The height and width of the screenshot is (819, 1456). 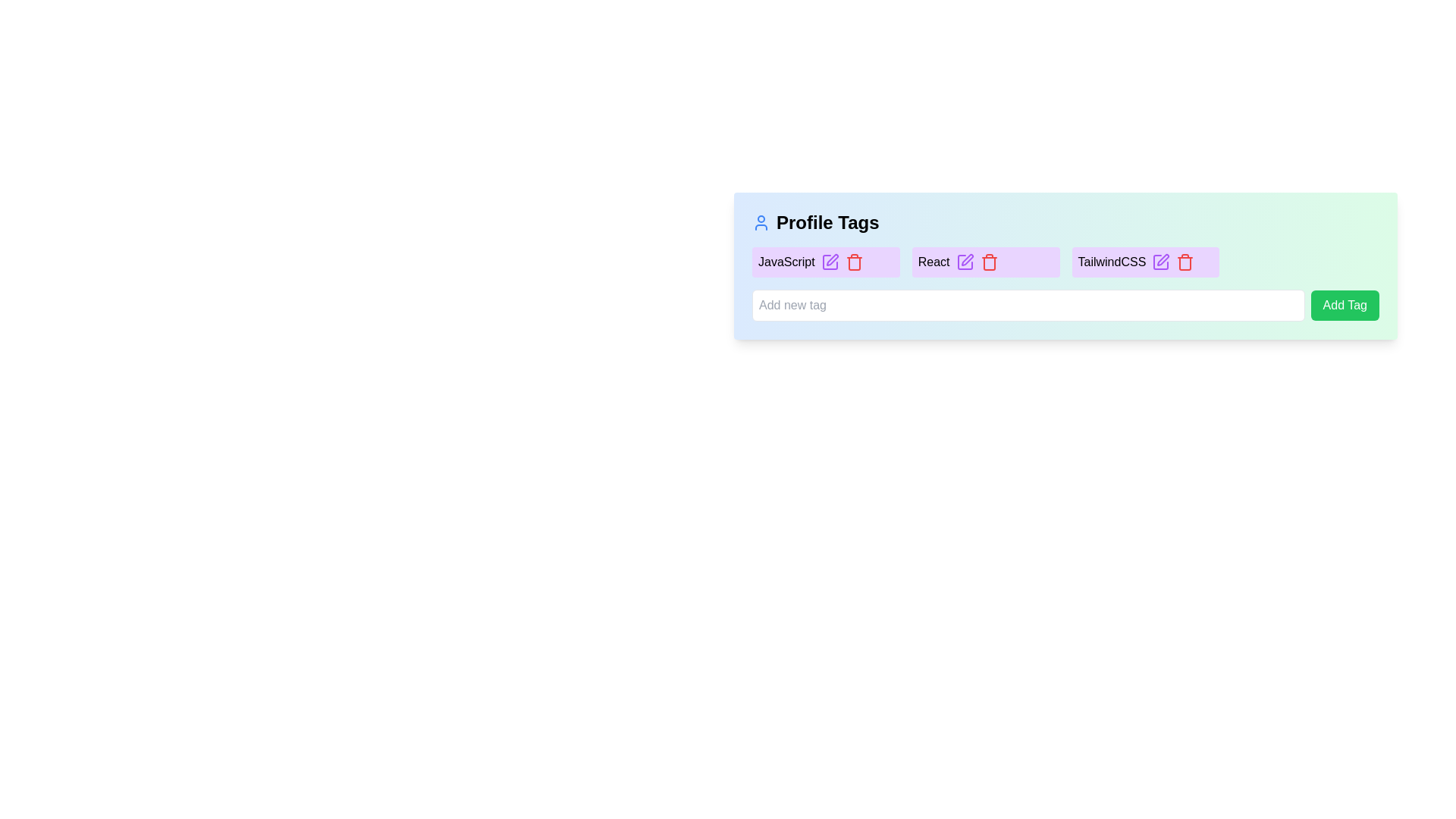 I want to click on the 'TailwindCSS' tag component in the 'Profile Tags' section, so click(x=1145, y=262).